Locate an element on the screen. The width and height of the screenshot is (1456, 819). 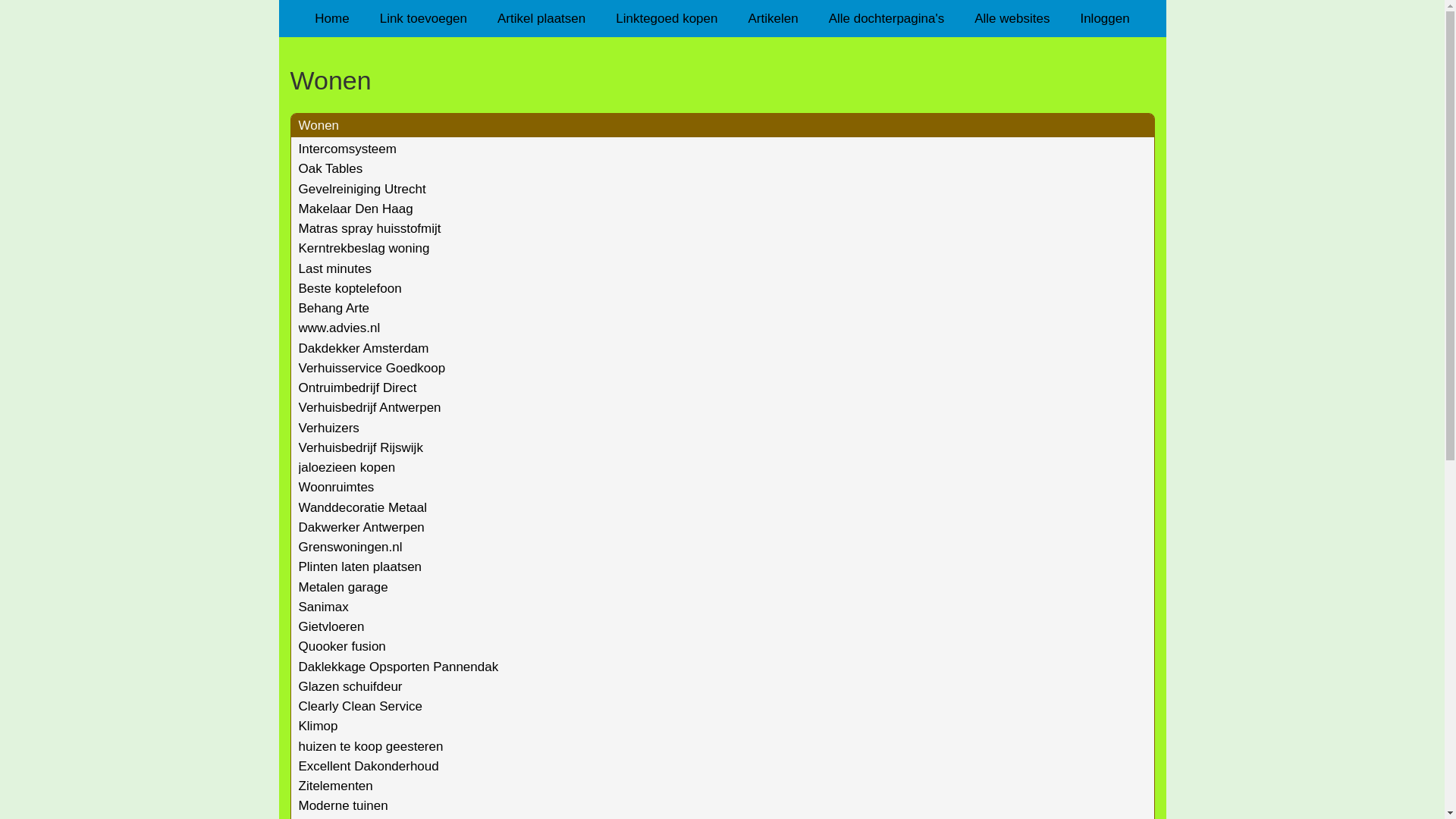
'Quooker fusion' is located at coordinates (341, 646).